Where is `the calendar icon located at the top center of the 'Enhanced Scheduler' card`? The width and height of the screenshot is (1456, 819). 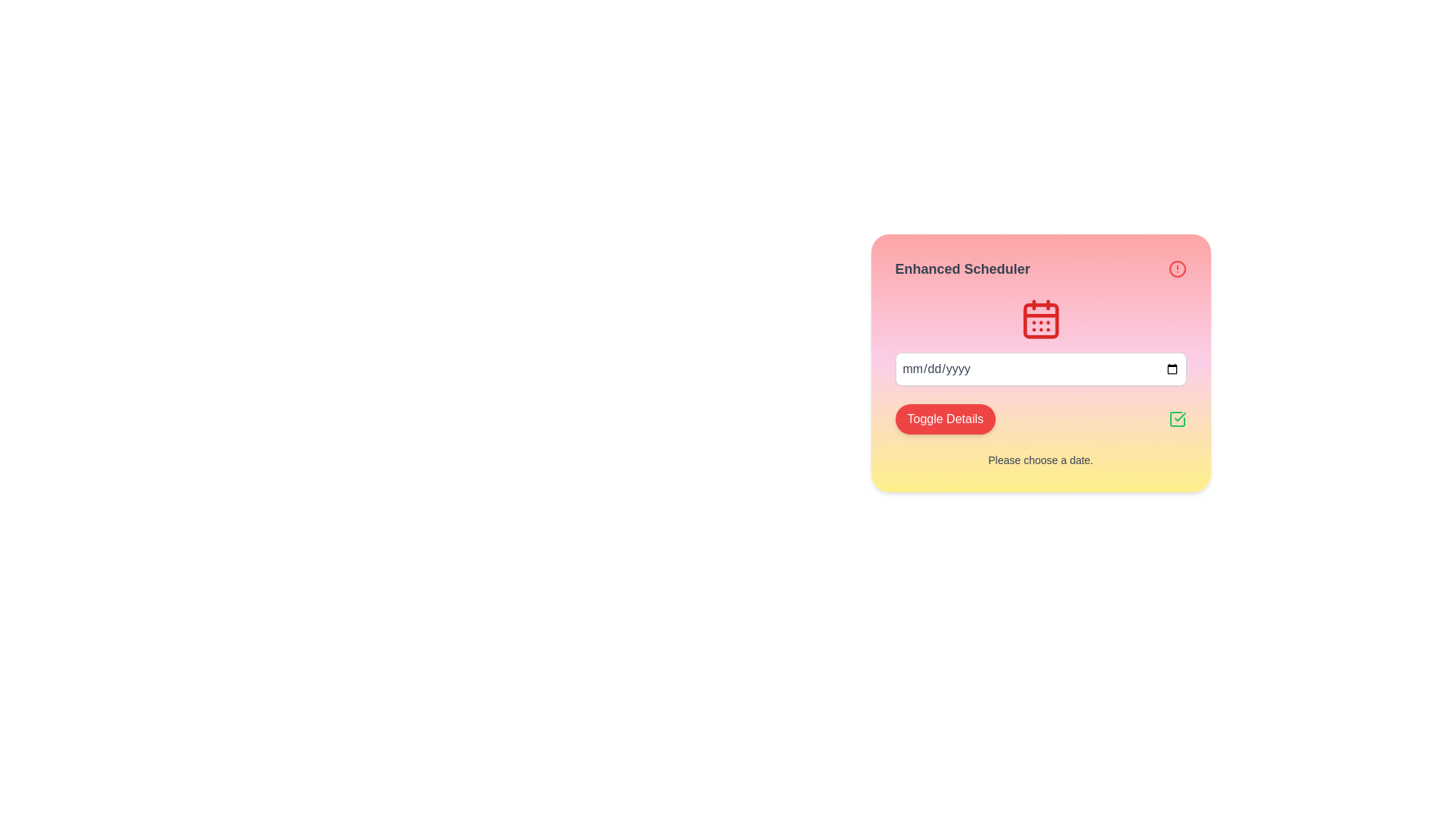 the calendar icon located at the top center of the 'Enhanced Scheduler' card is located at coordinates (1040, 318).